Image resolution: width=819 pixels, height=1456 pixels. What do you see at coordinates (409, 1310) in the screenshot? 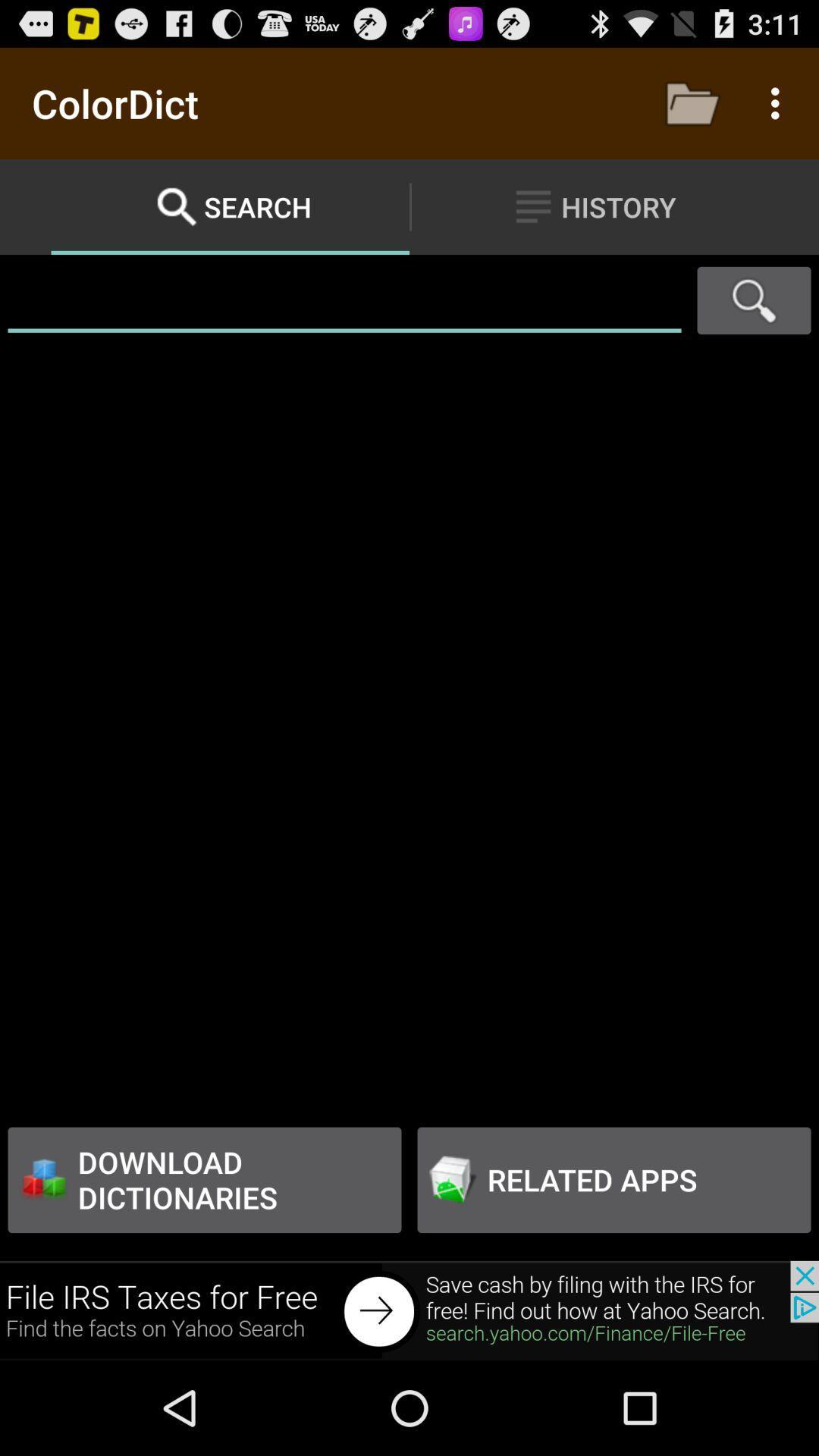
I see `advertisements image` at bounding box center [409, 1310].